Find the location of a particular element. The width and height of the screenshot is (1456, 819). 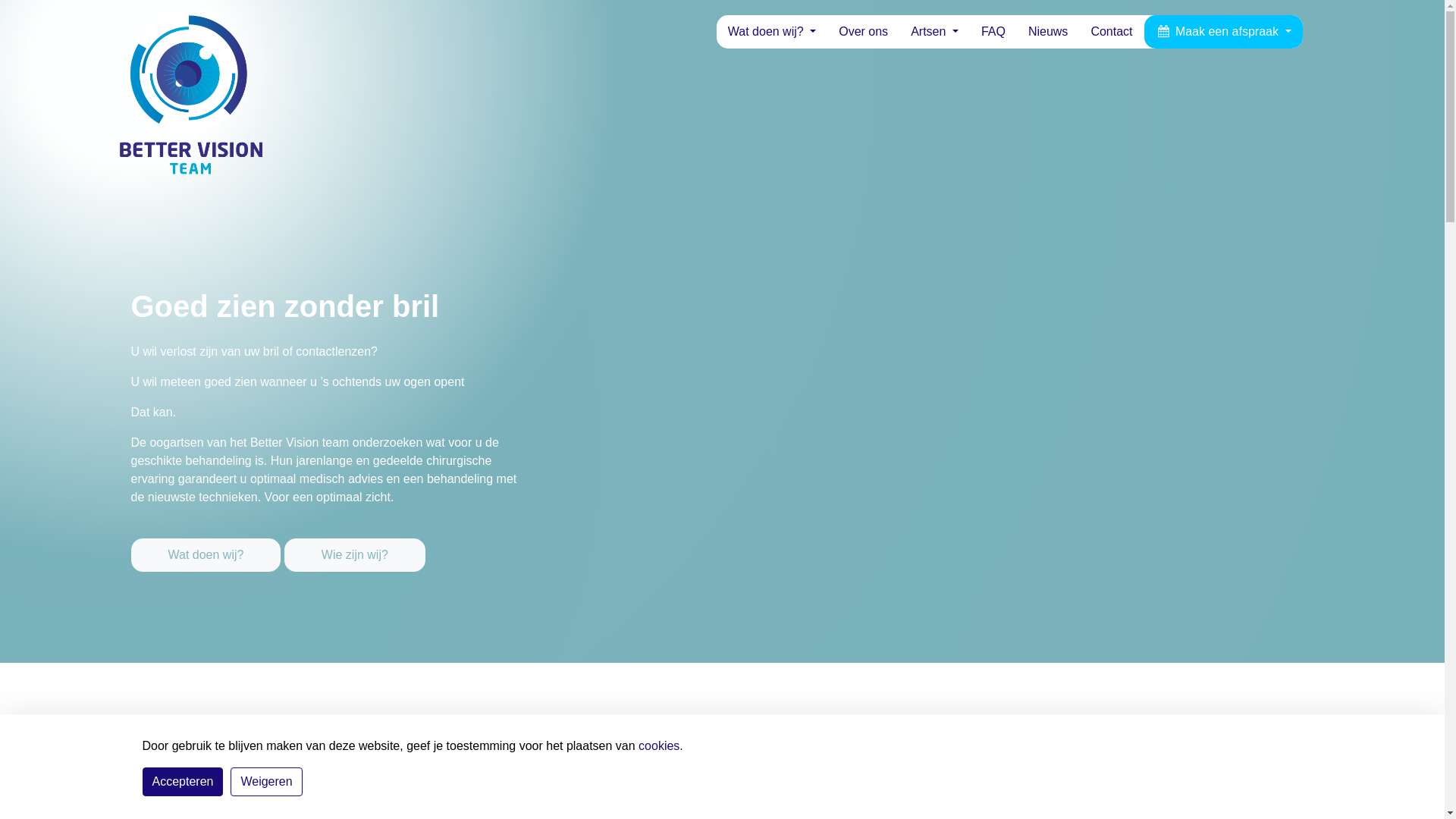

'Weigeren' is located at coordinates (265, 781).